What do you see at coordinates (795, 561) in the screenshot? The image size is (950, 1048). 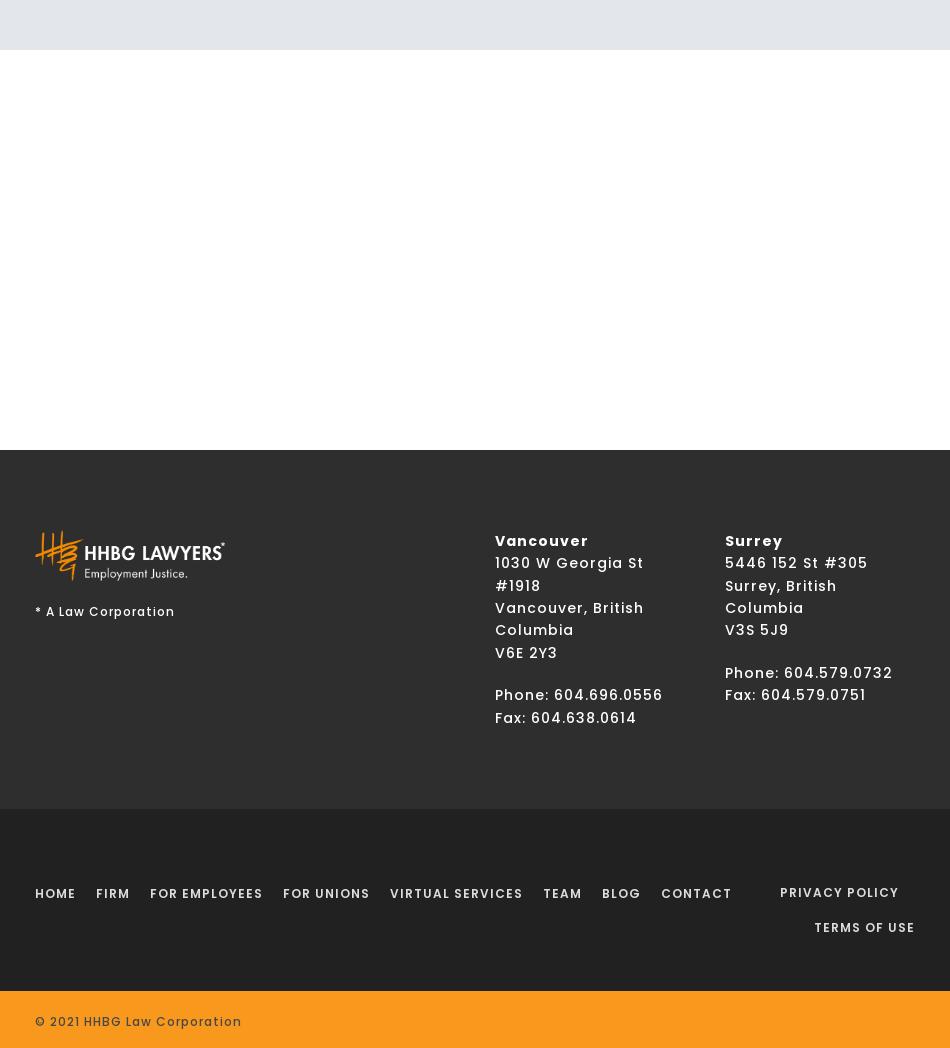 I see `'5446 152 St #305'` at bounding box center [795, 561].